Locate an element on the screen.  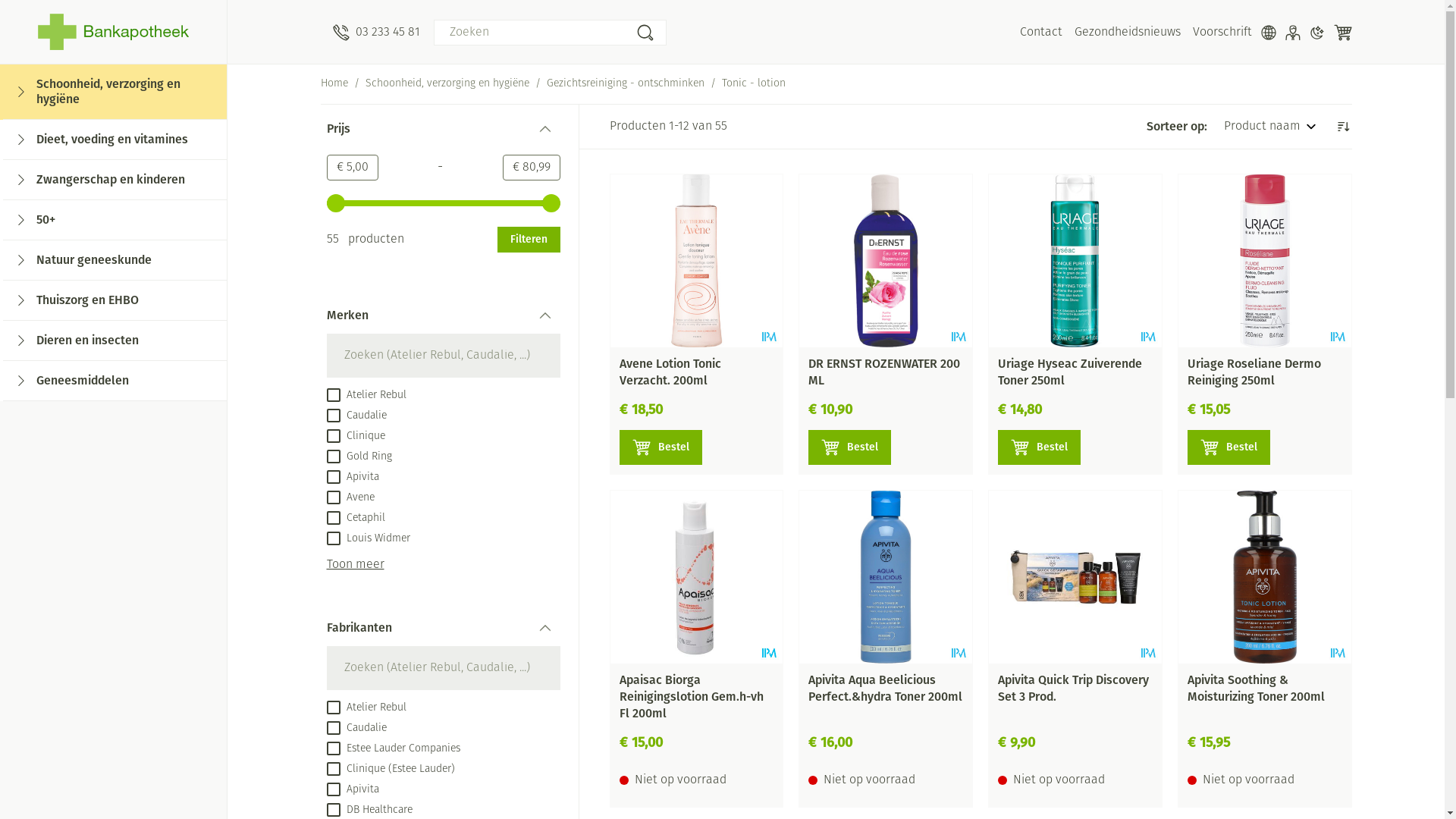
'Geneesmiddelen' is located at coordinates (114, 380).